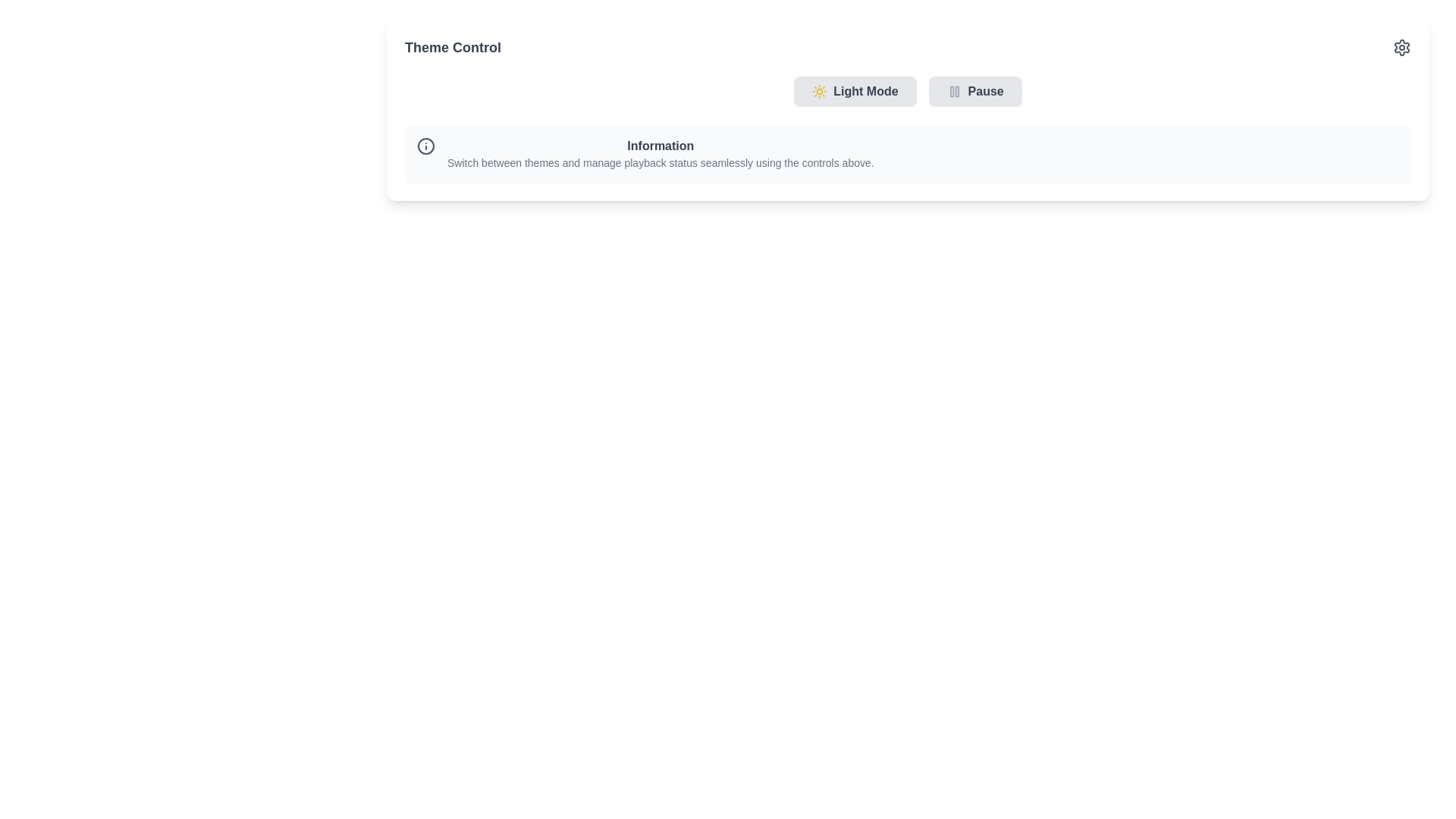  Describe the element at coordinates (953, 91) in the screenshot. I see `the 'Pause' button icon, which consists of two vertical bars and is styled in gray, located to the right of the 'Light Mode' button in the top right section of the interface` at that location.